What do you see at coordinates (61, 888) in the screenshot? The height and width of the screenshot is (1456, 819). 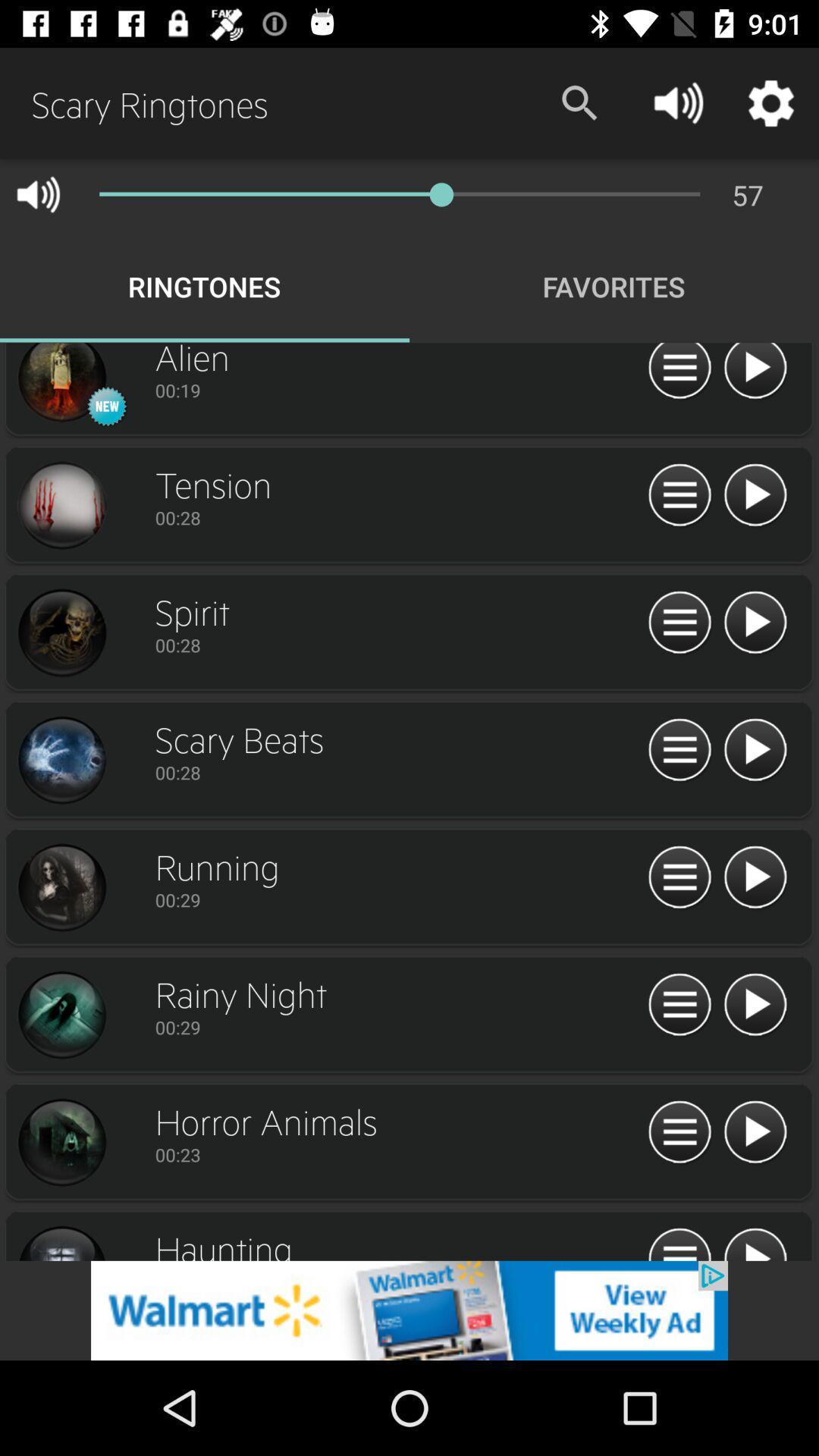 I see `display picture for ringtone` at bounding box center [61, 888].